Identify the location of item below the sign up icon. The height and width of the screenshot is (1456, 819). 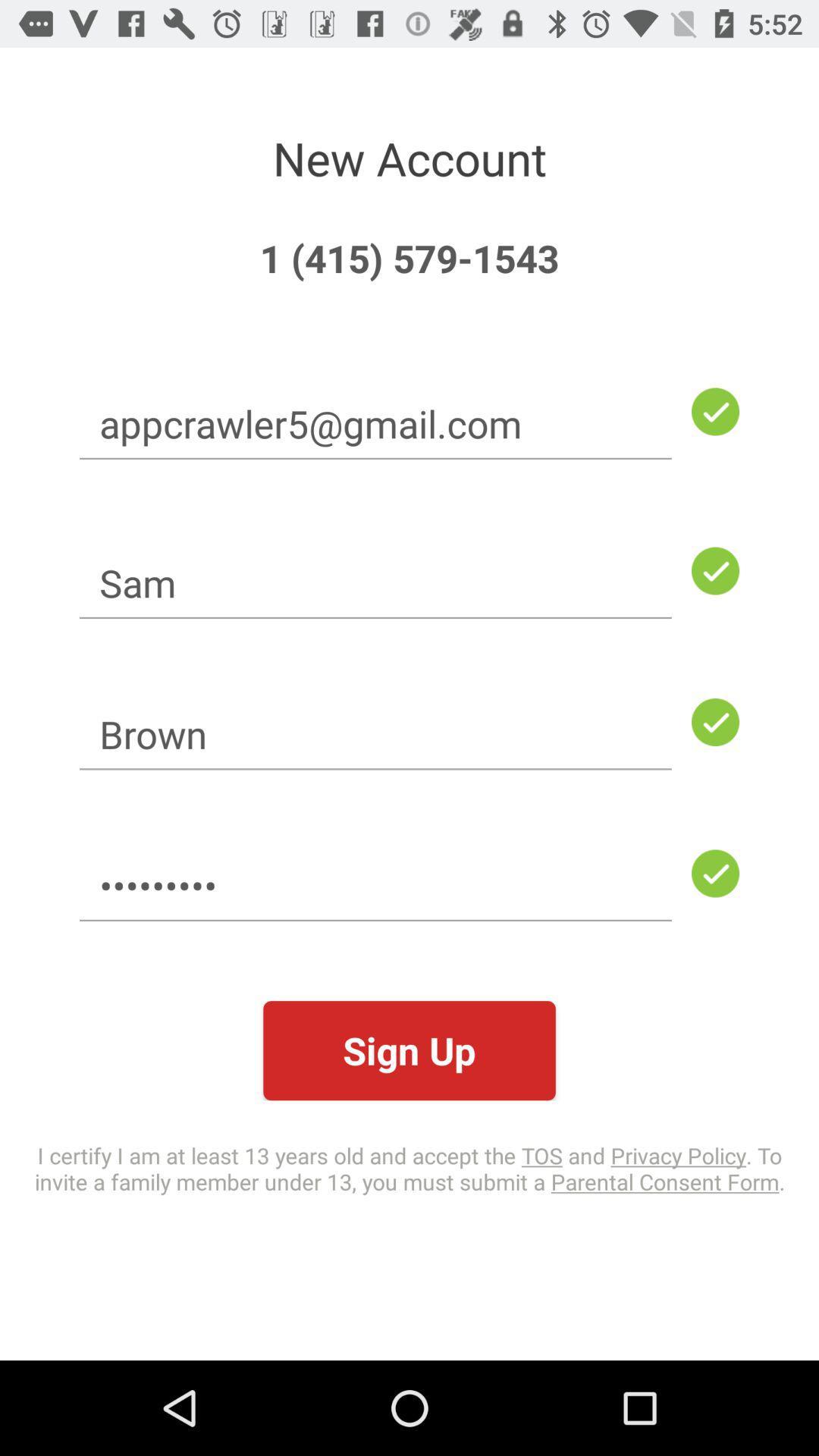
(409, 1167).